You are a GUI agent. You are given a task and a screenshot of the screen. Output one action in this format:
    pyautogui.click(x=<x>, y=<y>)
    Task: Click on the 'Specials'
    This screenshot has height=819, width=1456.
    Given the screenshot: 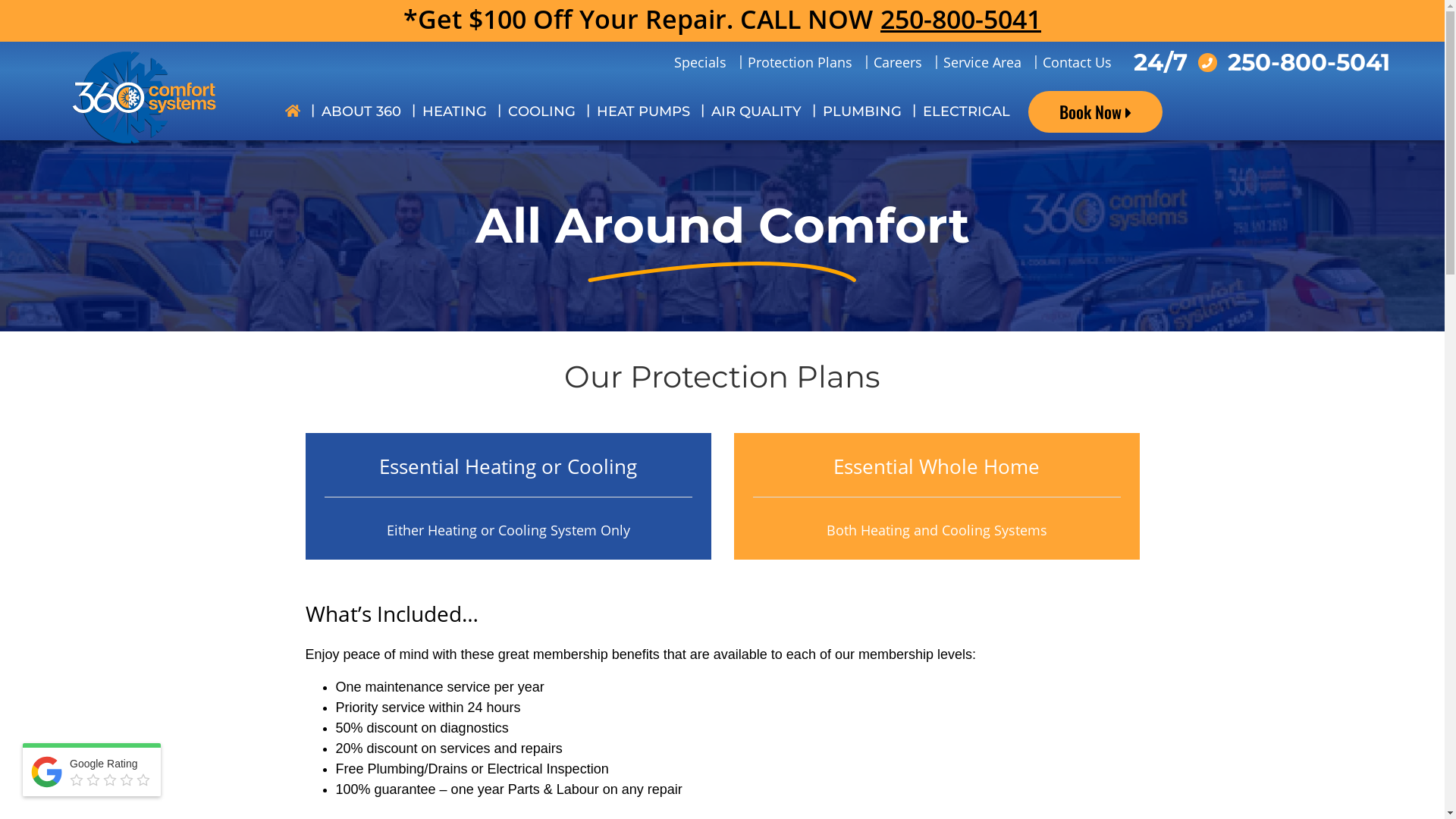 What is the action you would take?
    pyautogui.click(x=698, y=61)
    